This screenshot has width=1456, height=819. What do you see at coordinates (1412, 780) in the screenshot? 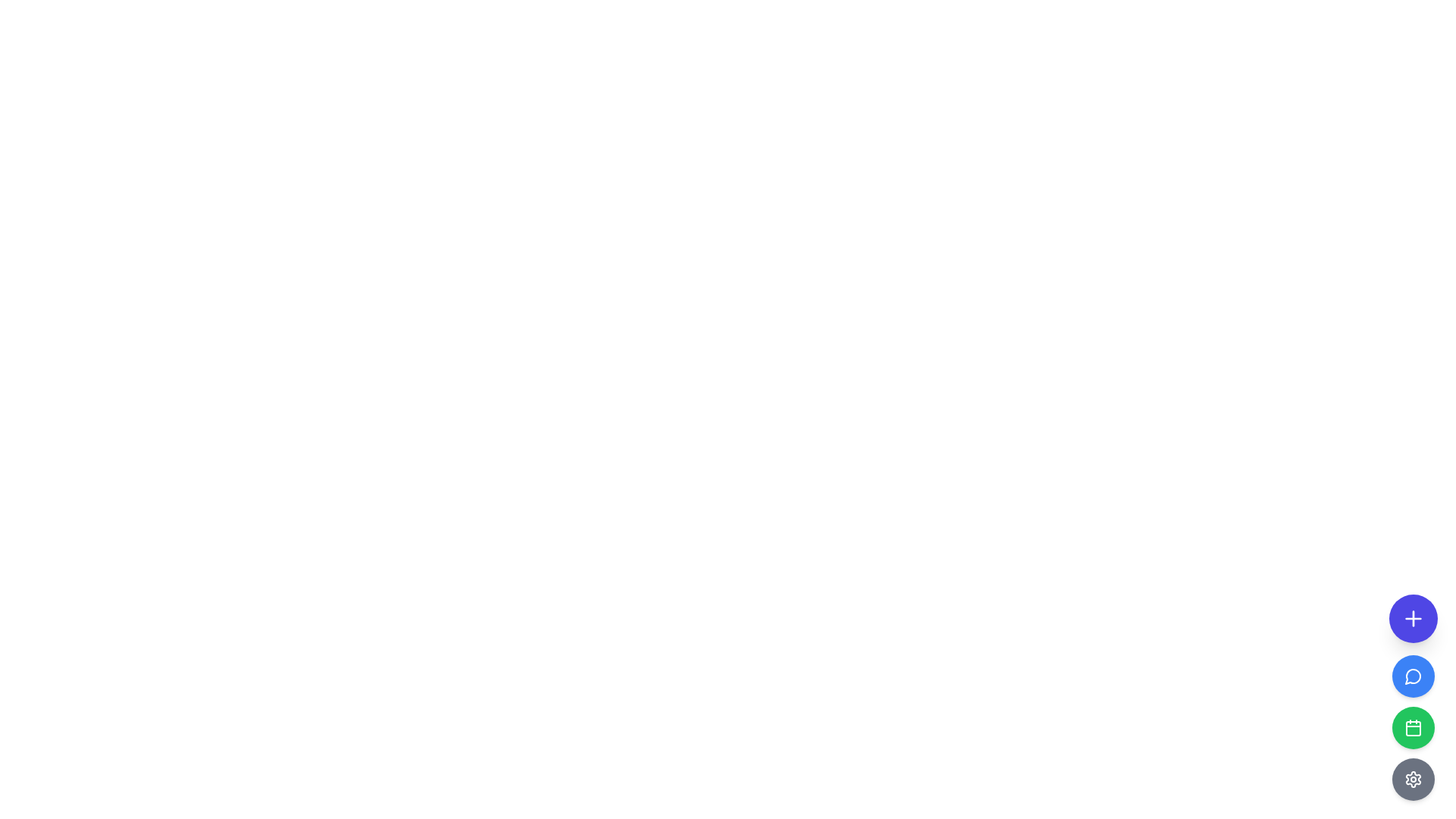
I see `the settings icon located at the bottom-right corner of the interface, beneath other vertically aligned icons` at bounding box center [1412, 780].